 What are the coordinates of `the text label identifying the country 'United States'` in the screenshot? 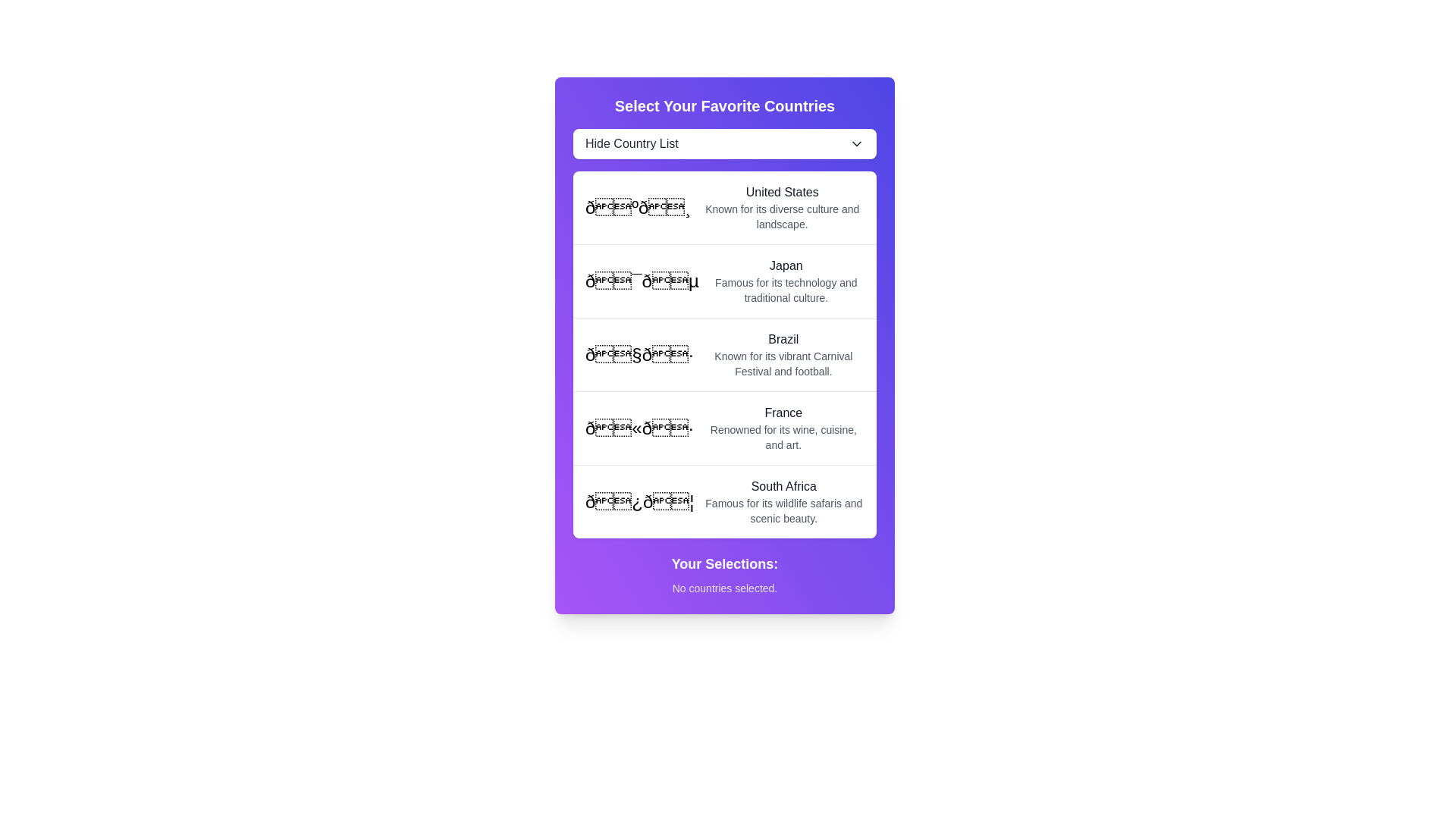 It's located at (782, 192).